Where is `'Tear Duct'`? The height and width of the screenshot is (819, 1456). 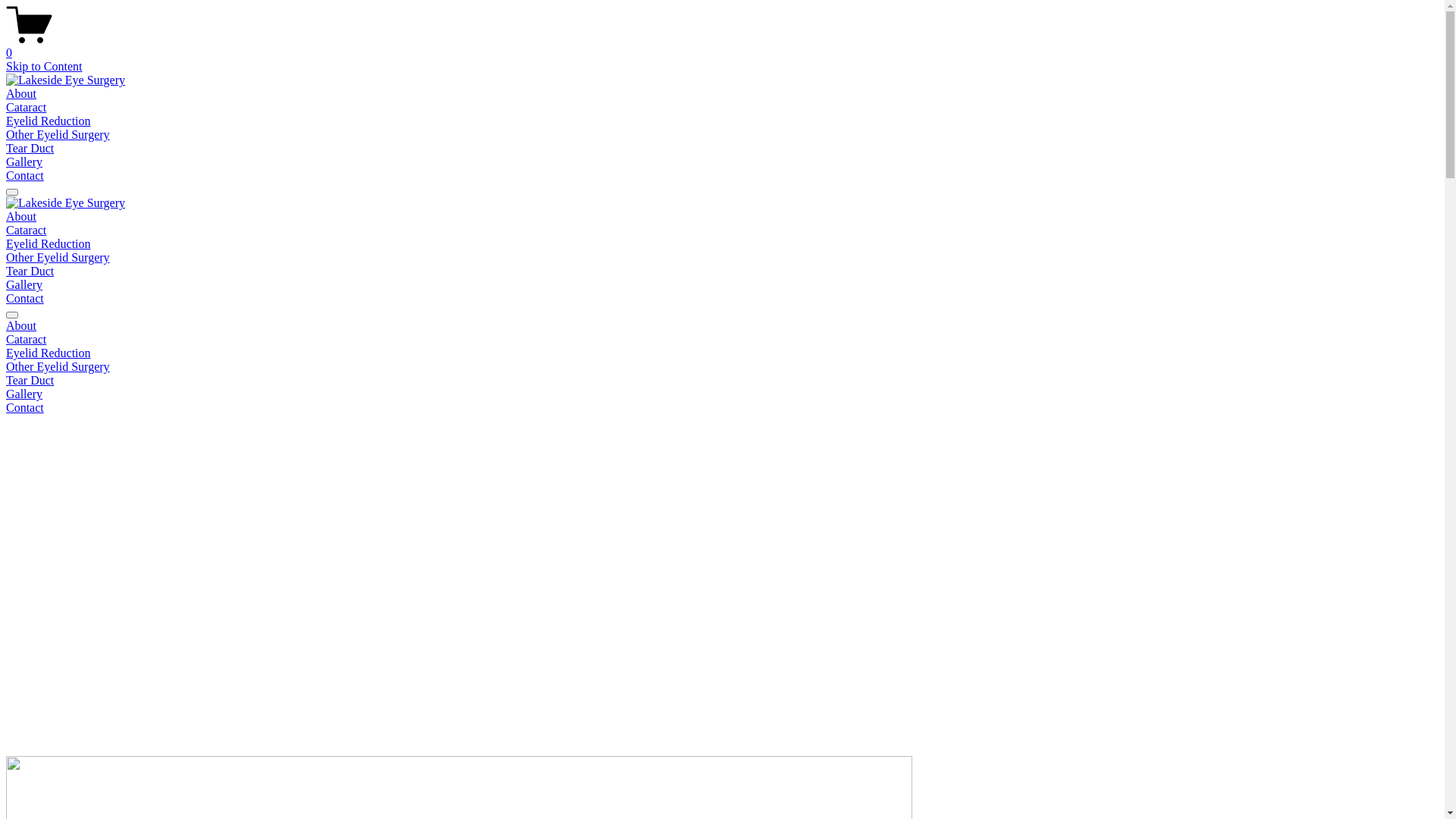
'Tear Duct' is located at coordinates (721, 379).